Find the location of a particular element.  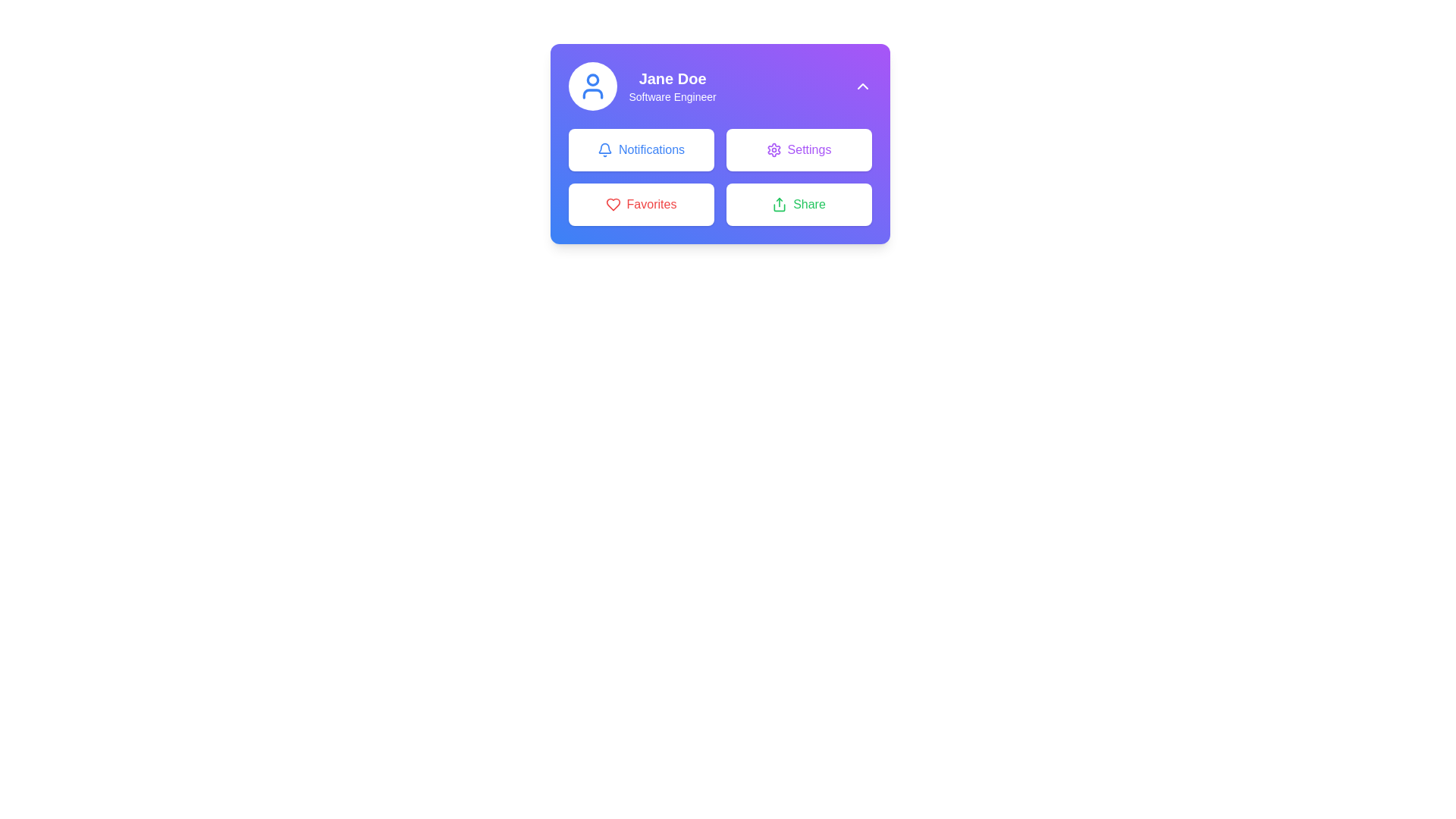

the cogwheel-shaped settings button located in the top-right area of the card component is located at coordinates (773, 149).